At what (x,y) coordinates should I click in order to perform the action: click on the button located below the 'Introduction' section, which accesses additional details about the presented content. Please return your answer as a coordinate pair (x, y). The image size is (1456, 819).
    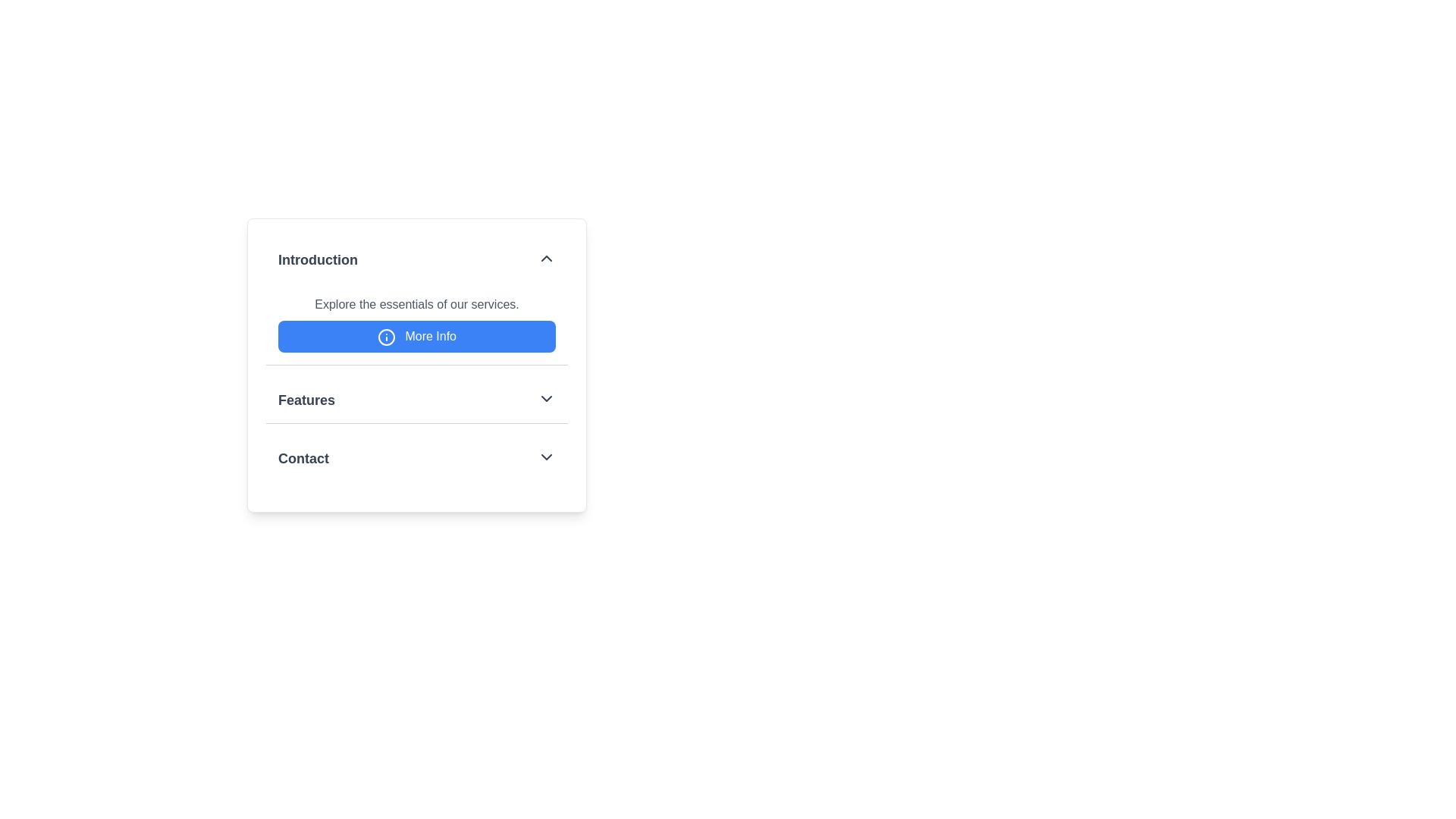
    Looking at the image, I should click on (417, 335).